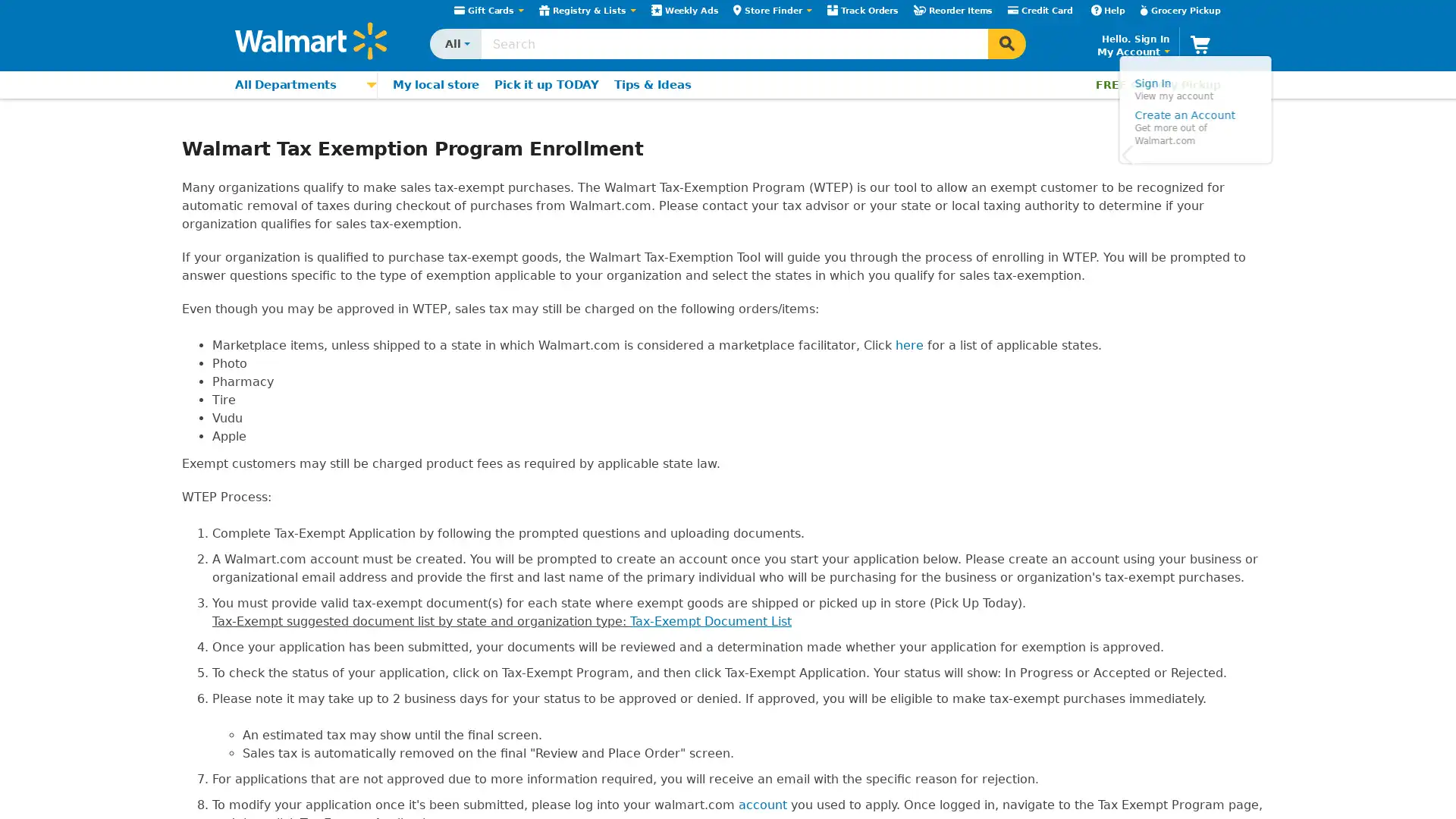  What do you see at coordinates (294, 430) in the screenshot?
I see `Arts, Craft, Sewing & Party Supplies` at bounding box center [294, 430].